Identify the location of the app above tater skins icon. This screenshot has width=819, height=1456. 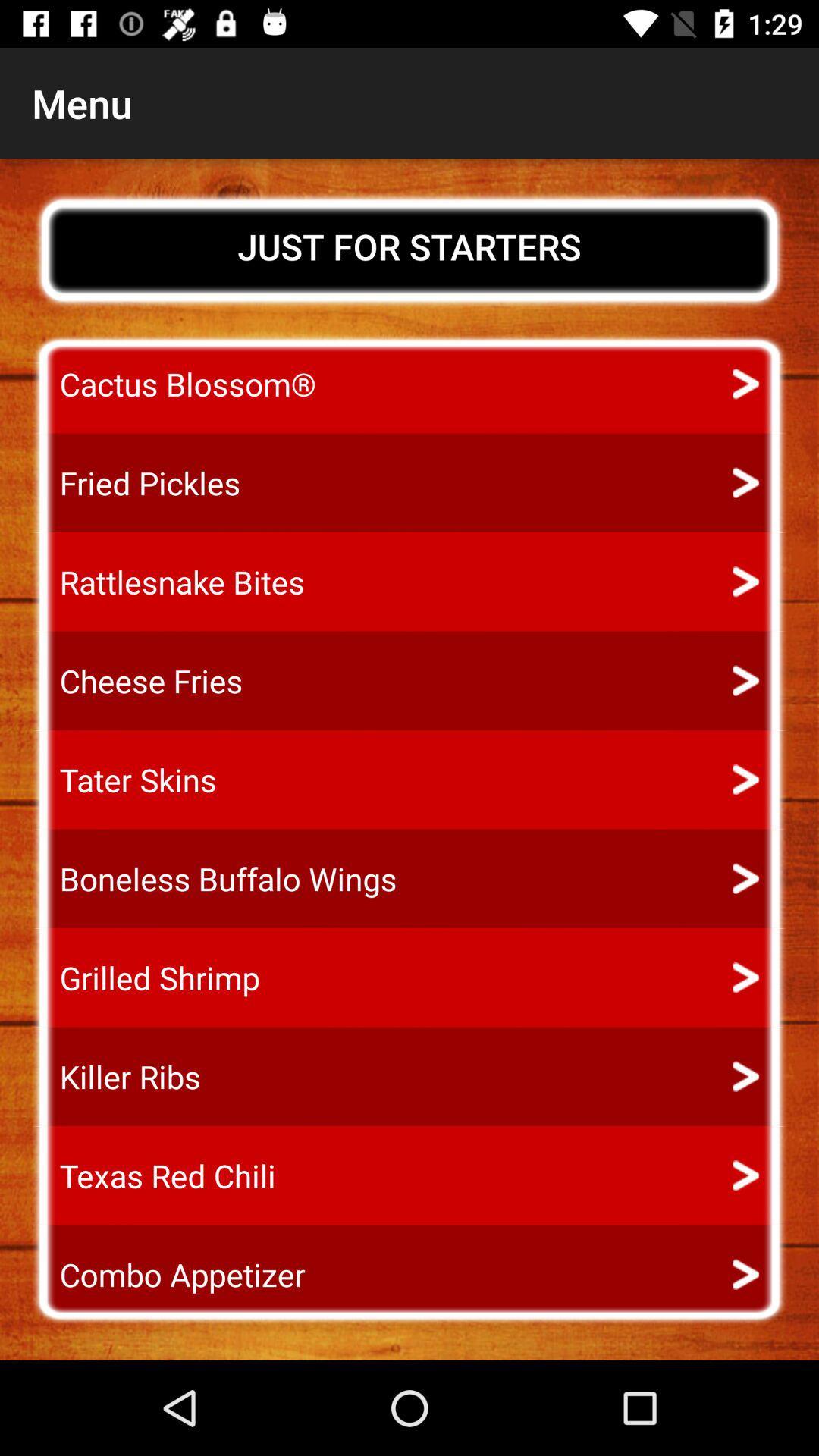
(137, 680).